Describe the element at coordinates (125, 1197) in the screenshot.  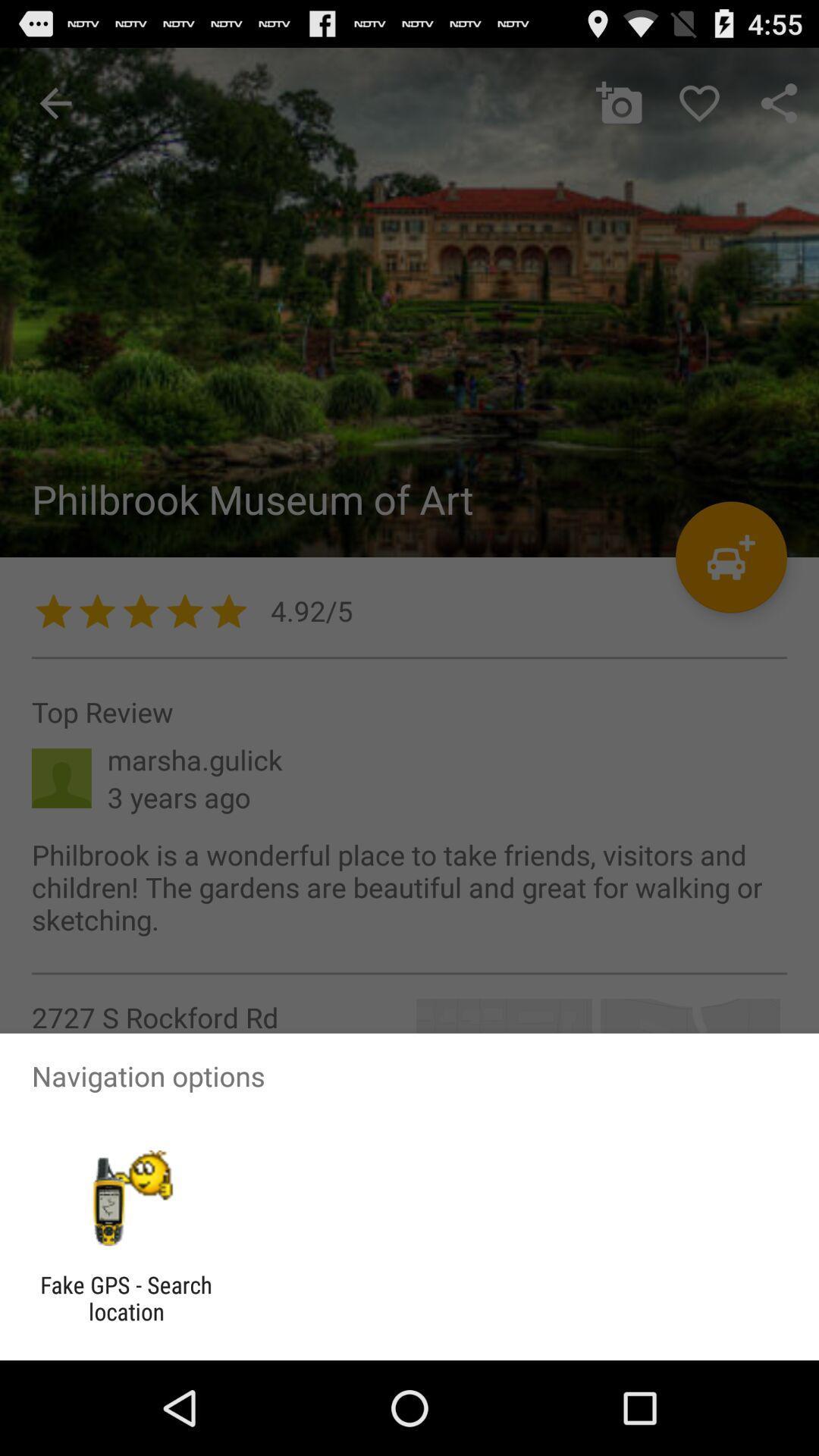
I see `the app above the fake gps search icon` at that location.